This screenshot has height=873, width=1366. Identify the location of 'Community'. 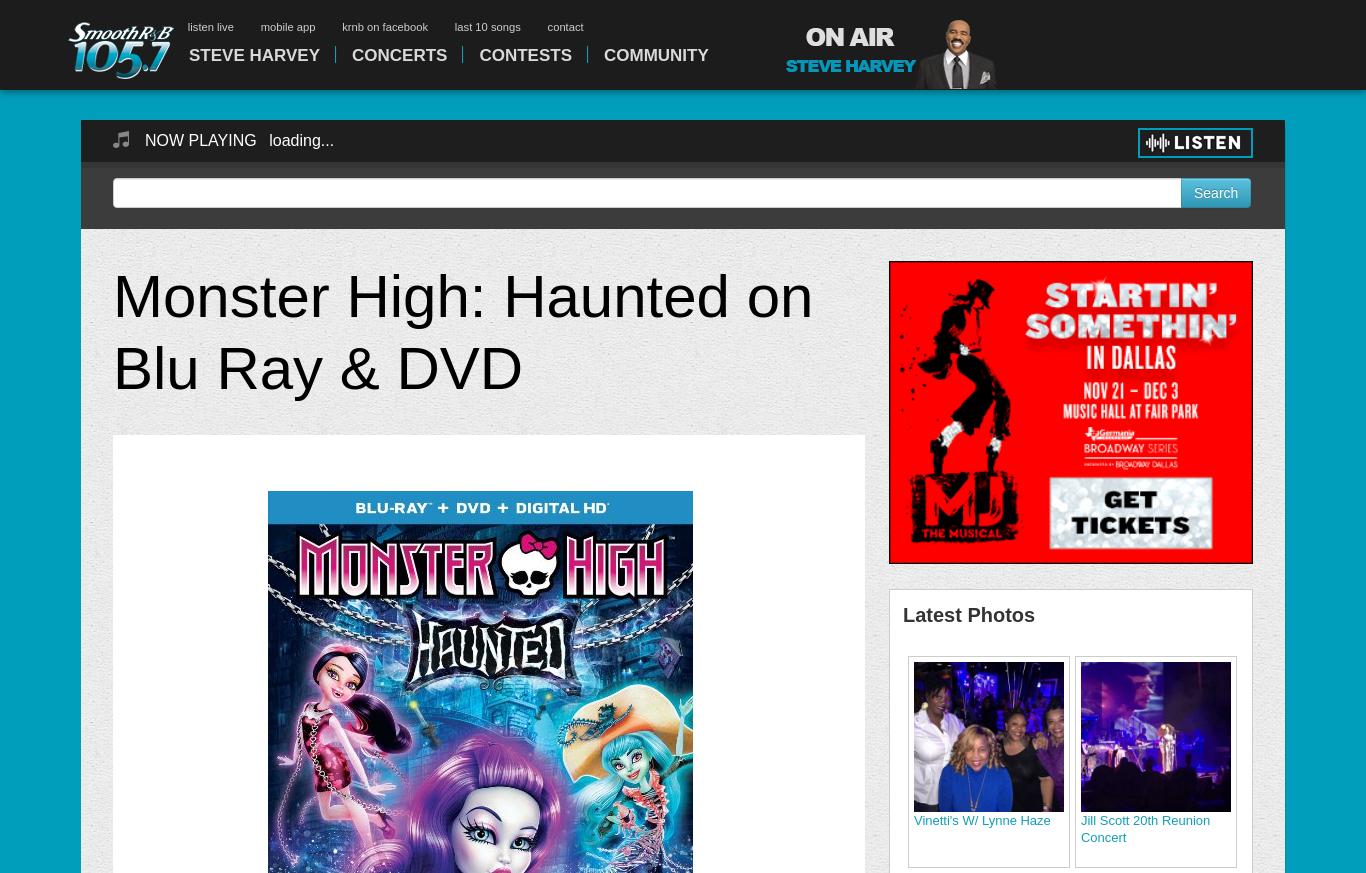
(601, 54).